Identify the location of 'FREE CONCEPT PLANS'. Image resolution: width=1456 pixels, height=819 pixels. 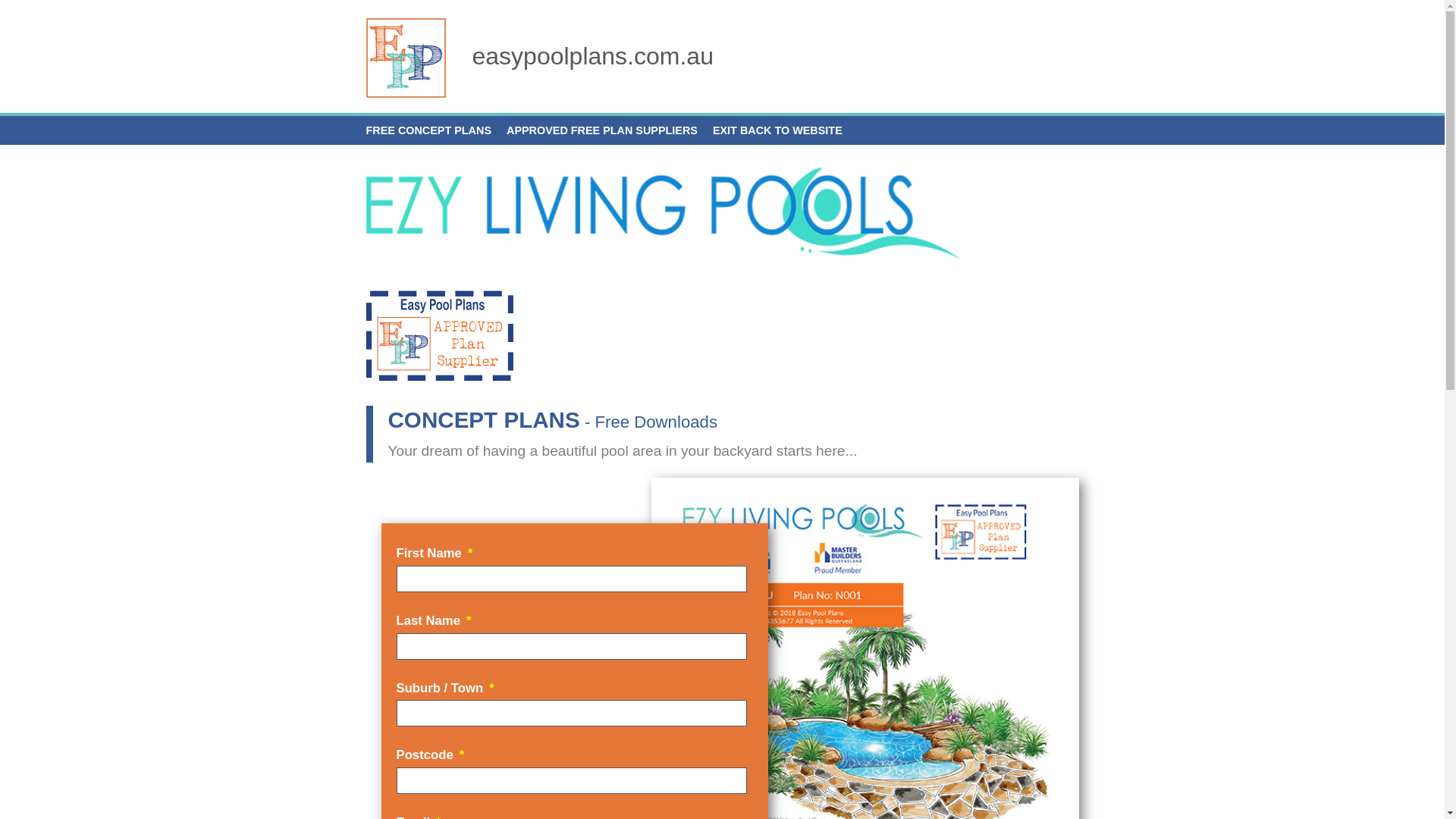
(428, 130).